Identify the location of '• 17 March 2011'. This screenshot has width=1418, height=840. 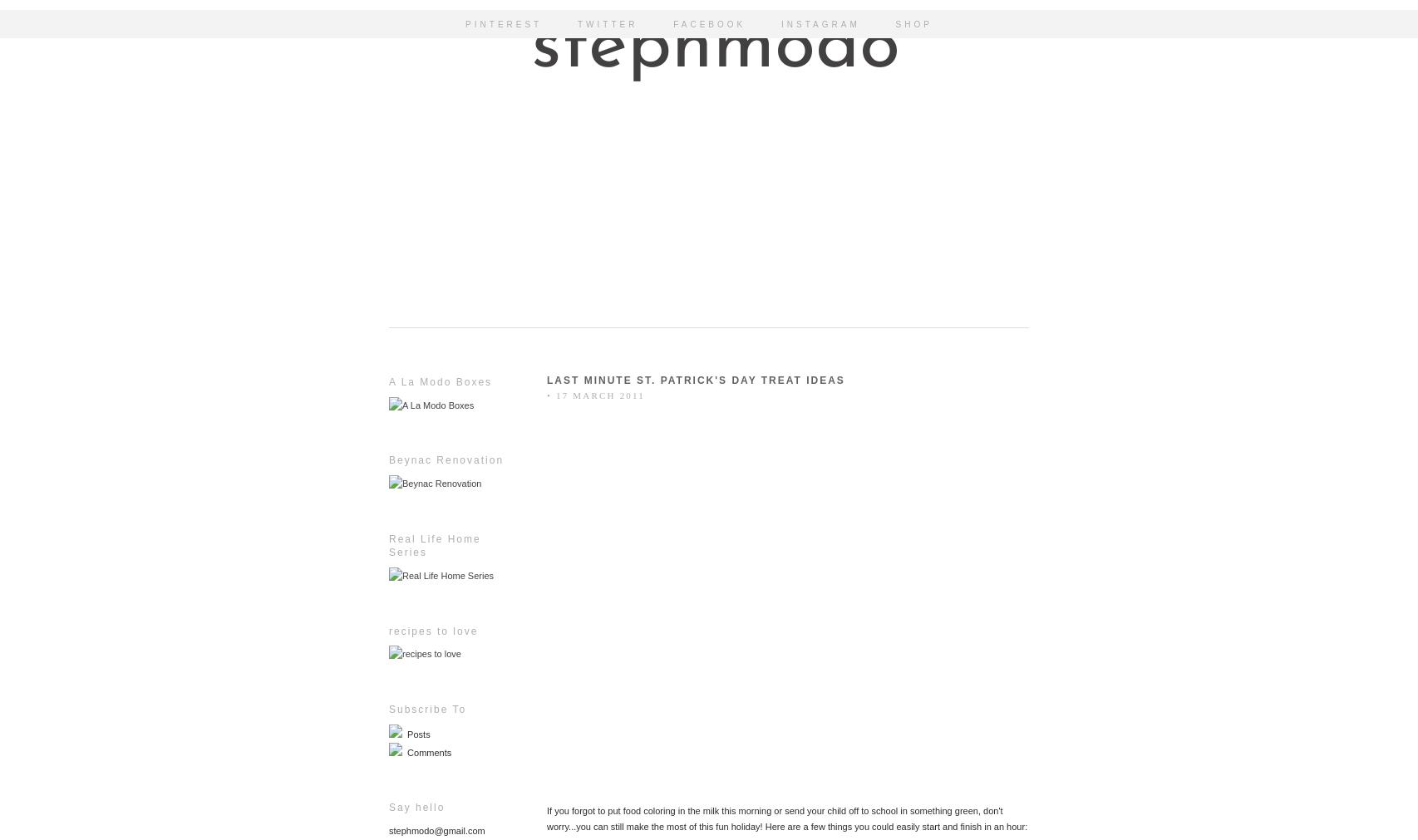
(595, 393).